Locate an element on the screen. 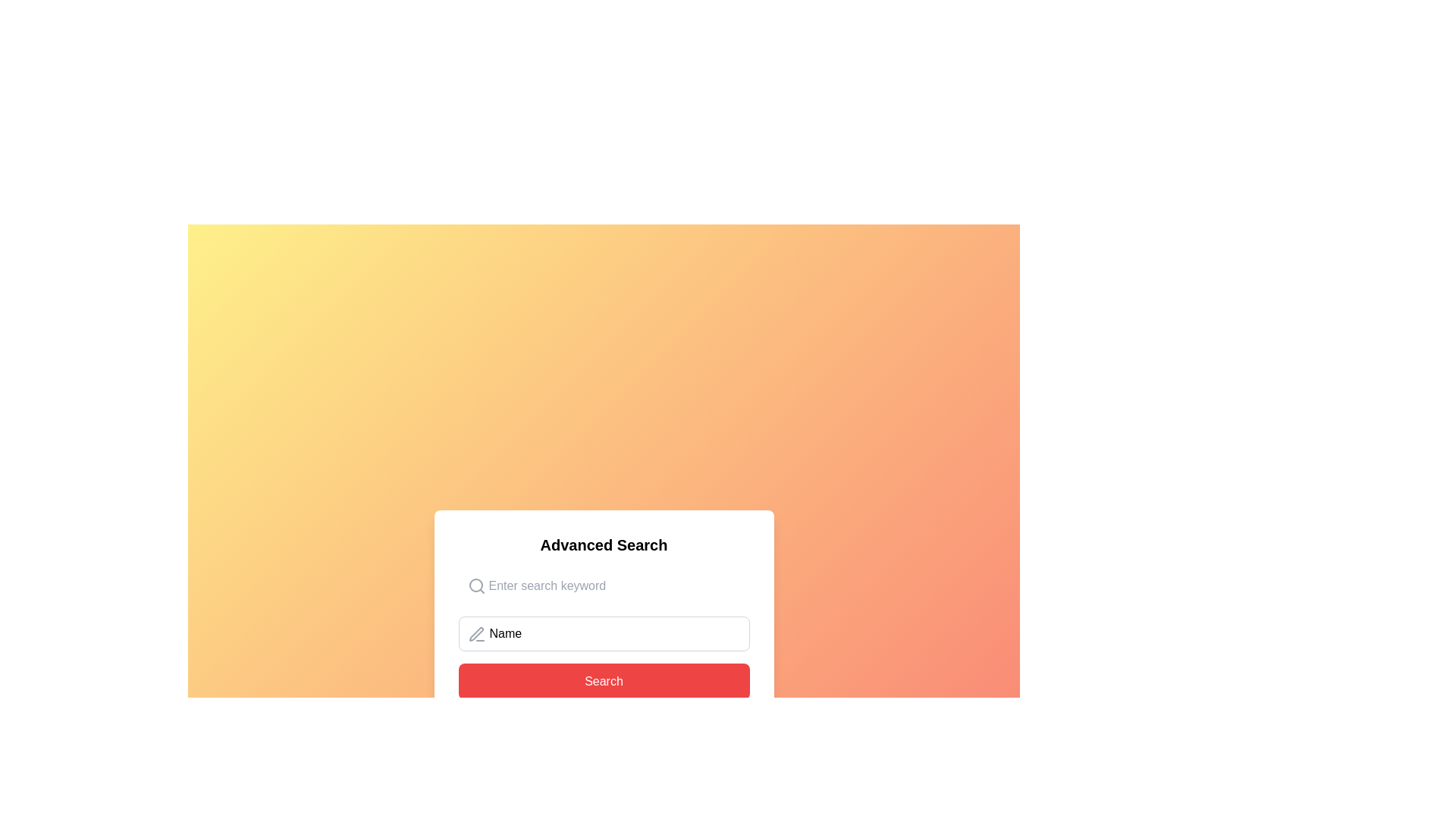 The height and width of the screenshot is (819, 1456). the 'Advanced Search' static text element, which is a bold, large-sized text at the top of a card-like section with a white background and rounded corners is located at coordinates (603, 544).